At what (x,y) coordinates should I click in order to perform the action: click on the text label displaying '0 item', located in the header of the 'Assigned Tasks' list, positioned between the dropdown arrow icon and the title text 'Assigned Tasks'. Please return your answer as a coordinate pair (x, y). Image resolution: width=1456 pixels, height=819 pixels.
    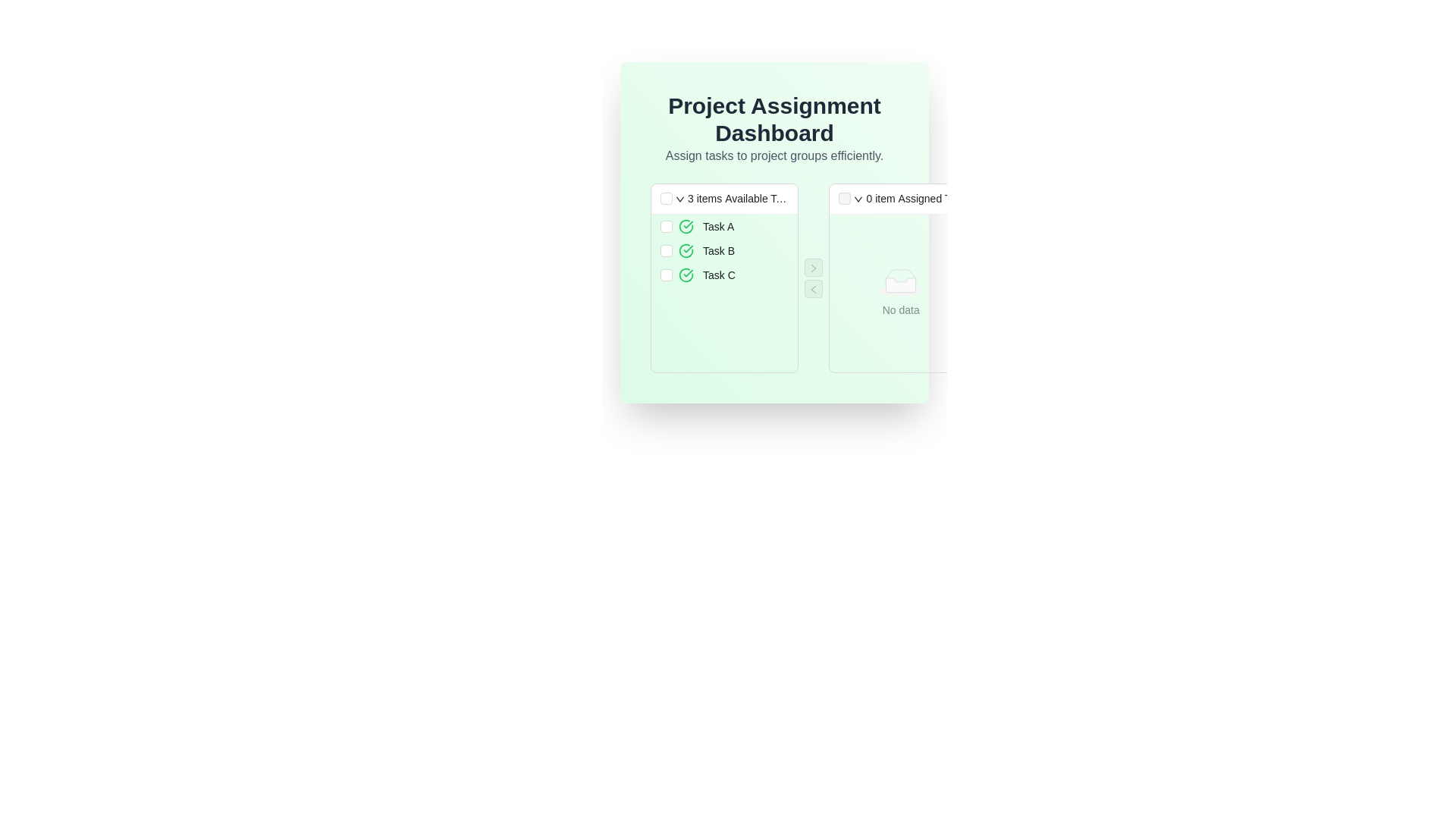
    Looking at the image, I should click on (880, 198).